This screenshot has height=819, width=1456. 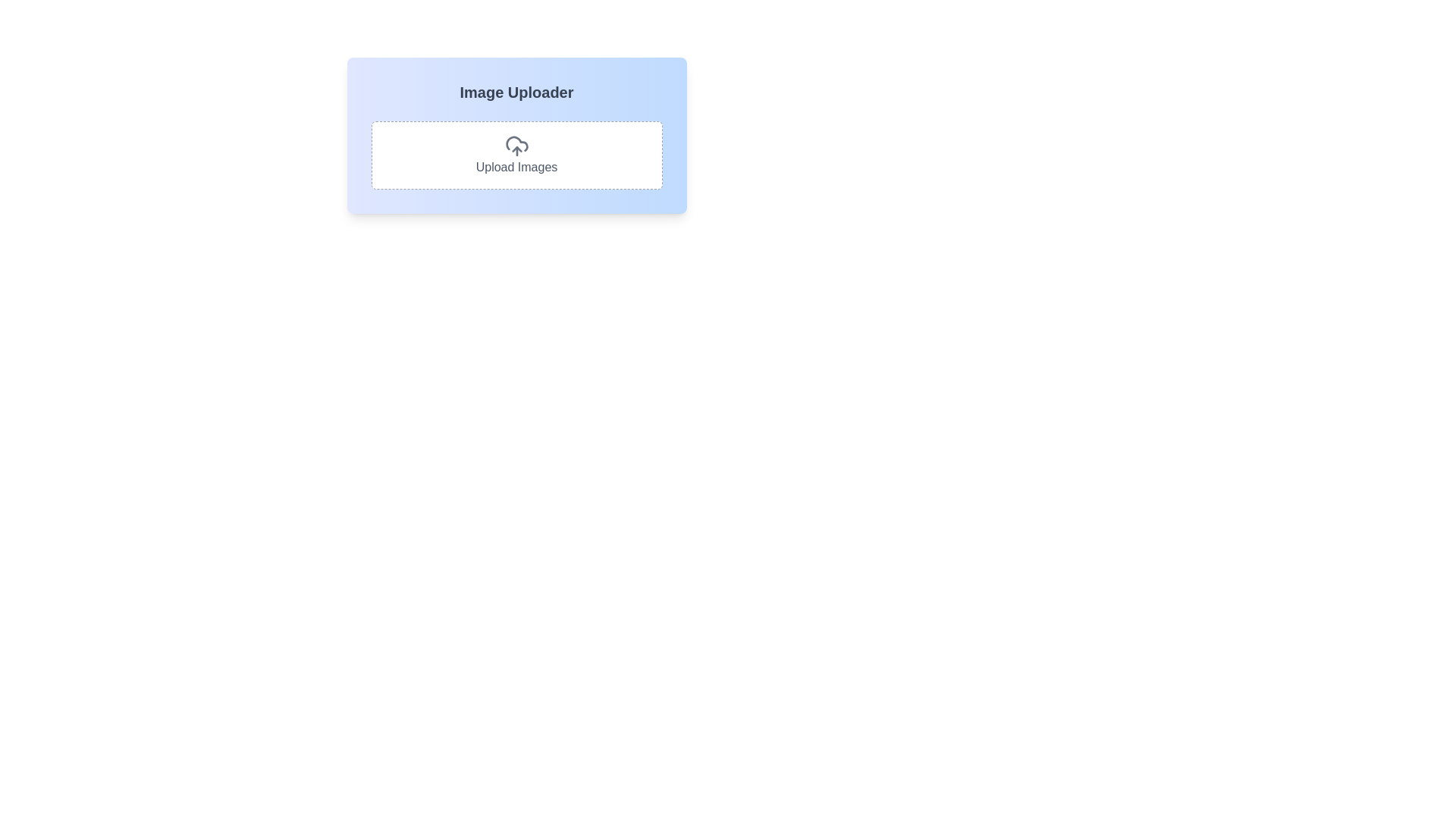 I want to click on the cloud upload icon with an upward arrow, so click(x=516, y=146).